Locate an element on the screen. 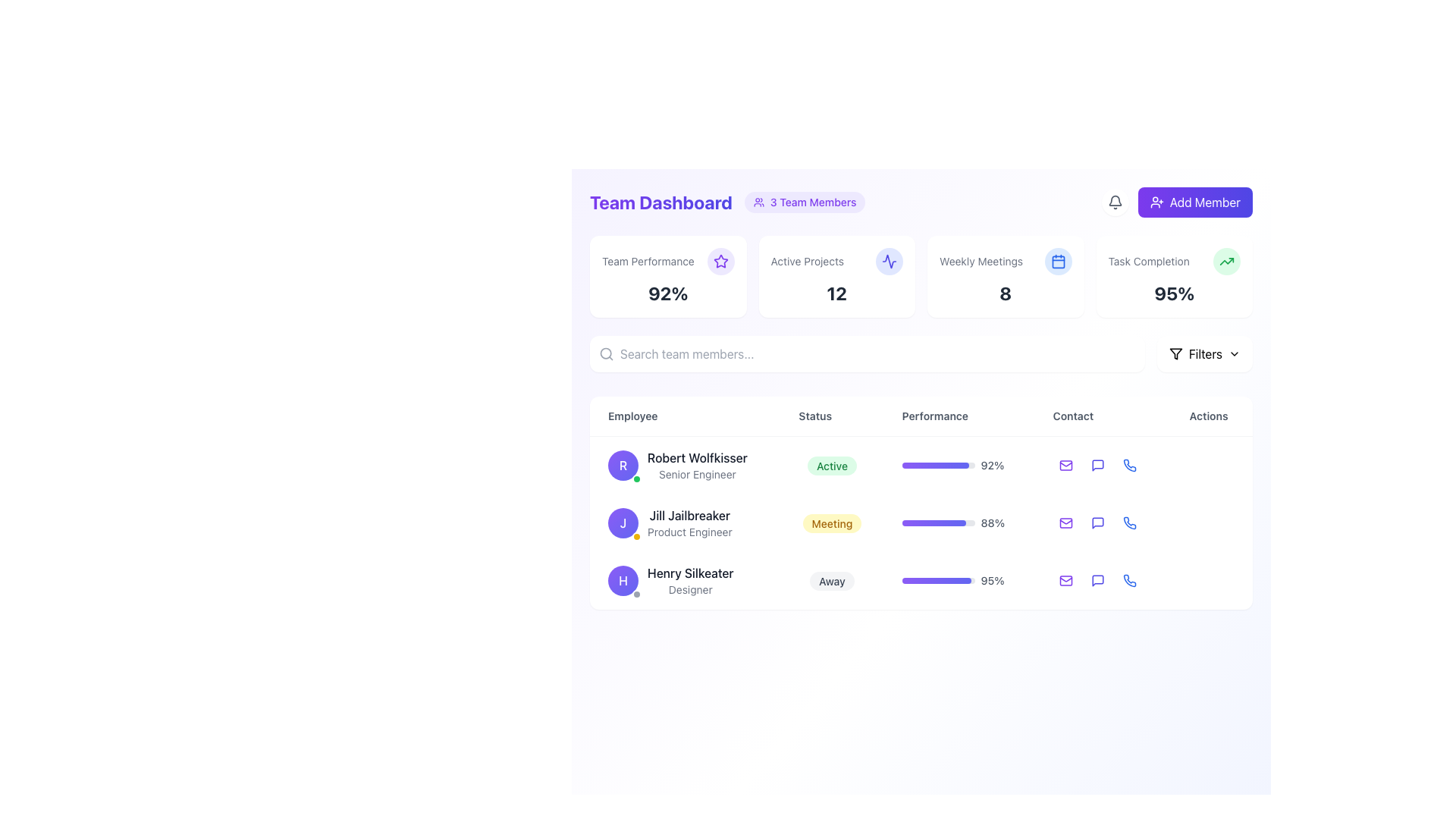  the bottom edge line of the purple mail icon in the 'Contact' column of the 'Jill Jailbreaker' row is located at coordinates (1065, 521).